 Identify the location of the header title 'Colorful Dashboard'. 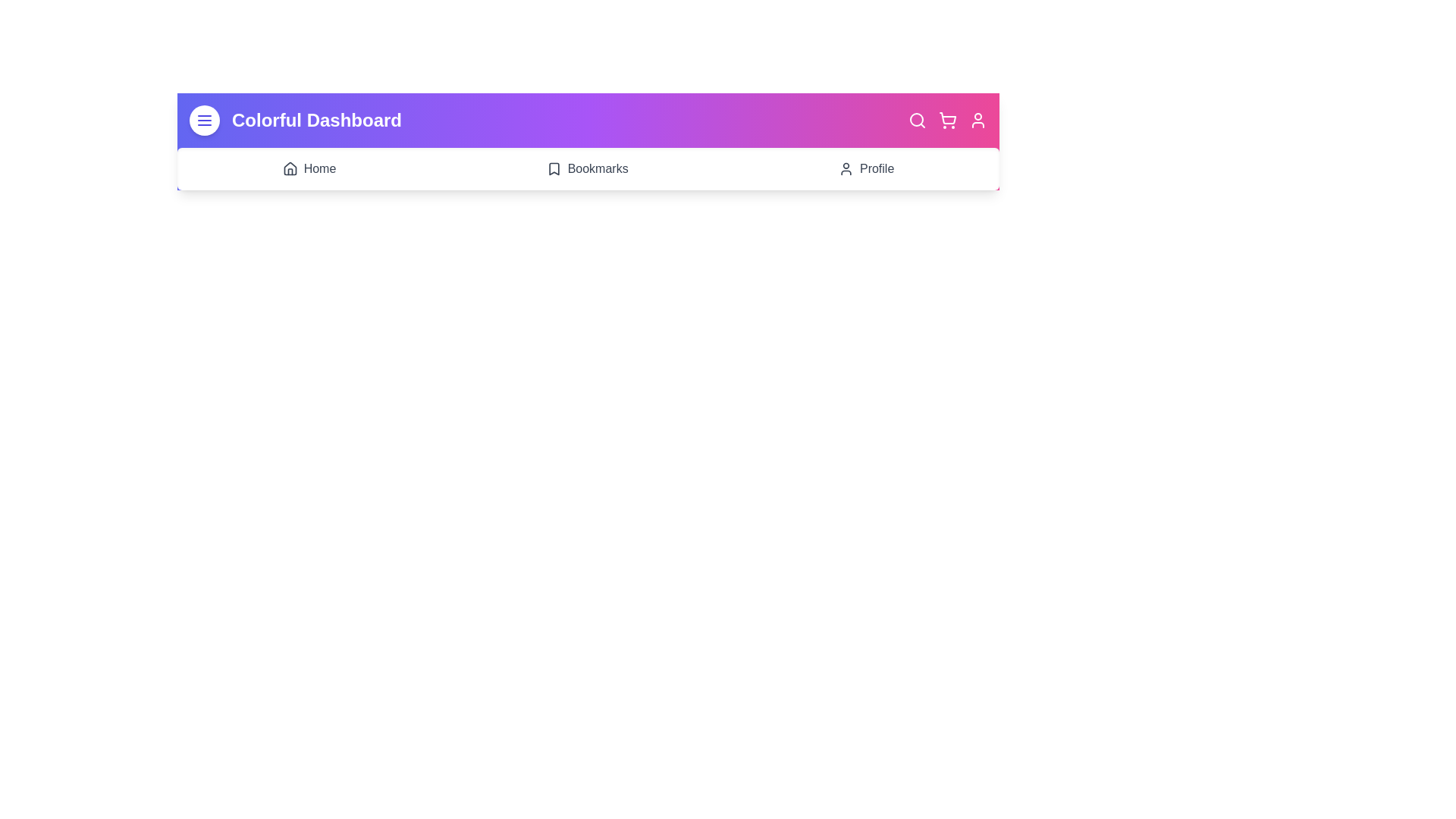
(315, 119).